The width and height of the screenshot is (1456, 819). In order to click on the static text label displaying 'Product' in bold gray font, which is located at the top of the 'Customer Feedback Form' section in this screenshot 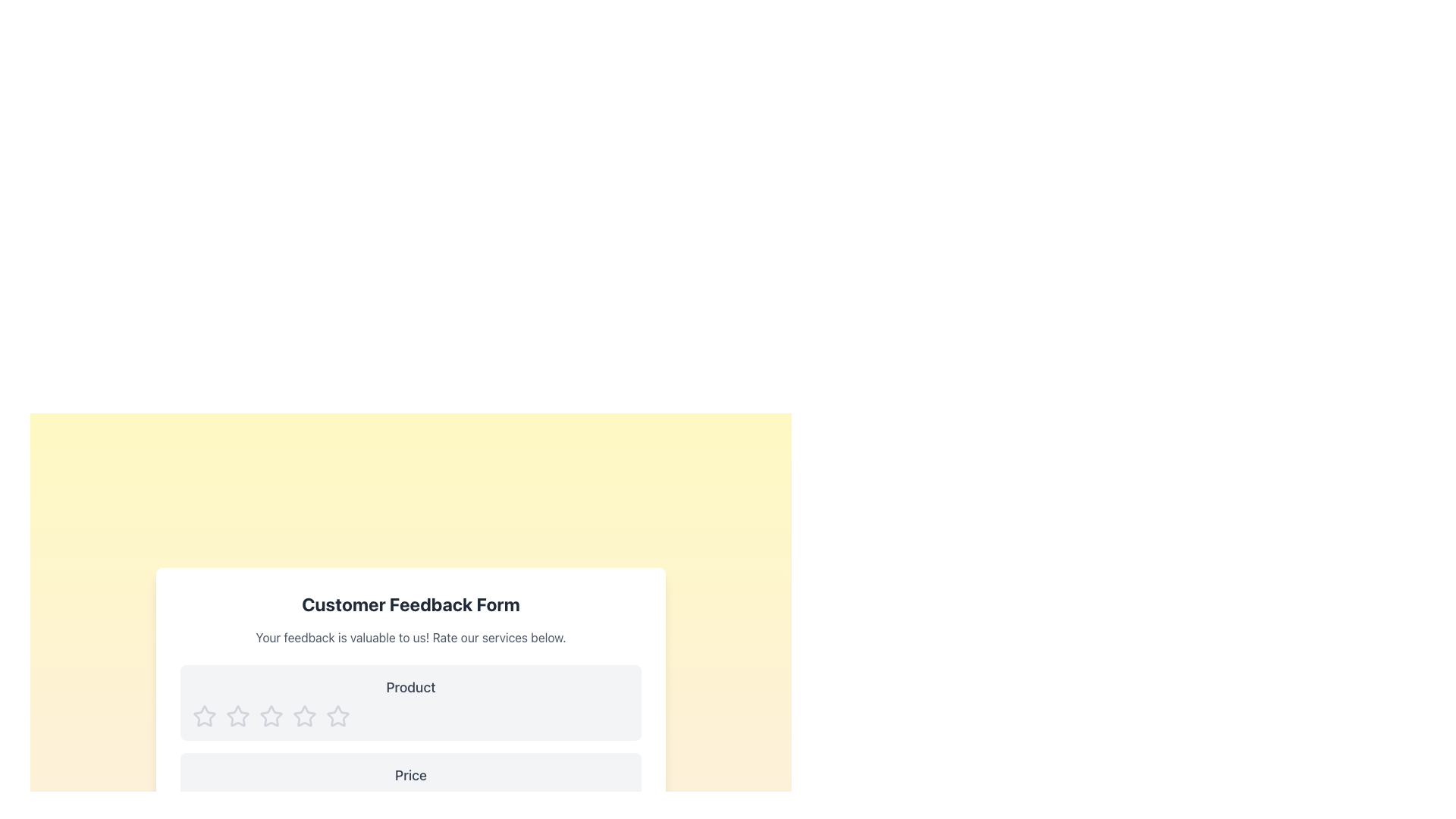, I will do `click(411, 687)`.